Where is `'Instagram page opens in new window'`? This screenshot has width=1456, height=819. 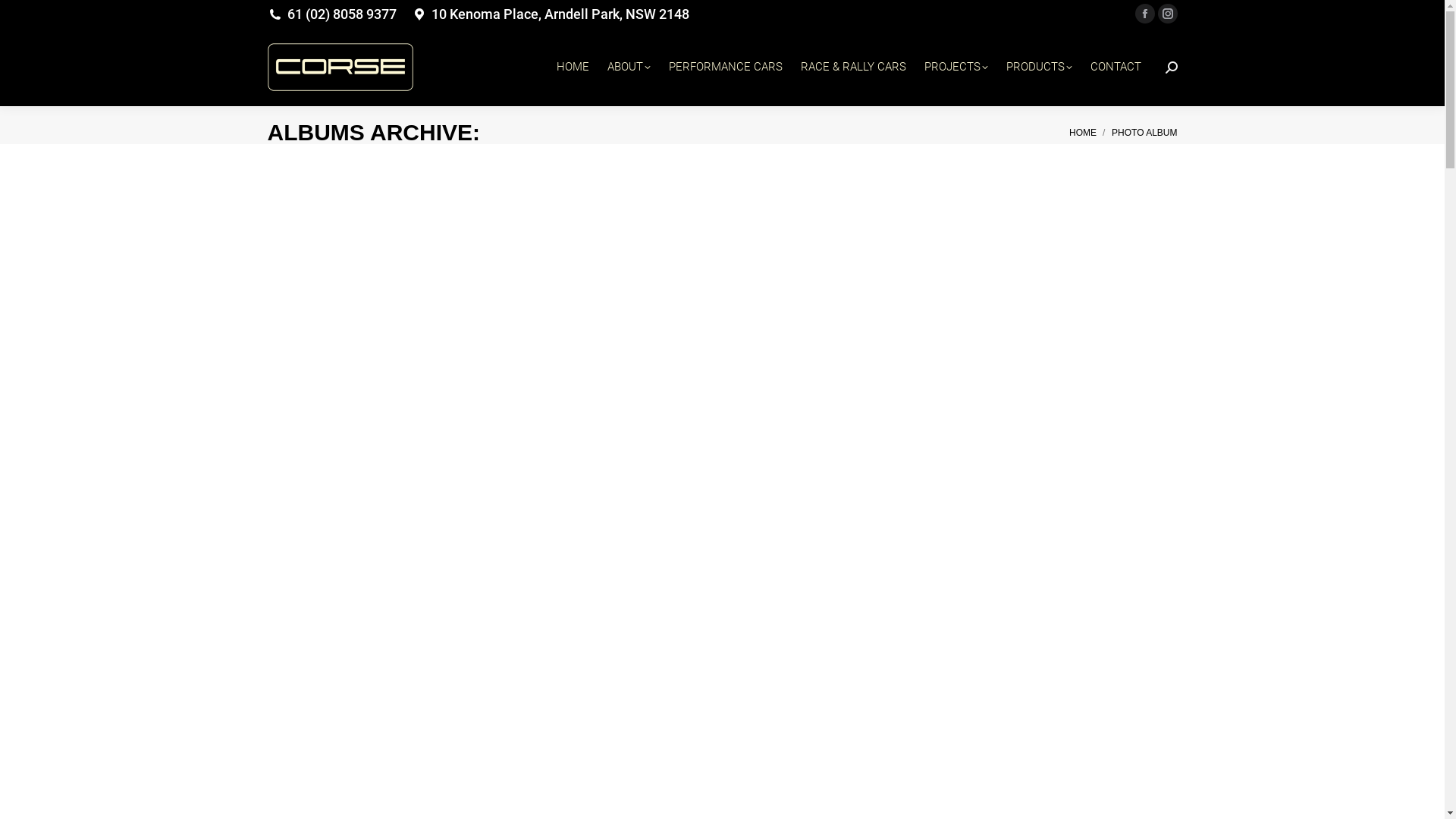 'Instagram page opens in new window' is located at coordinates (1166, 14).